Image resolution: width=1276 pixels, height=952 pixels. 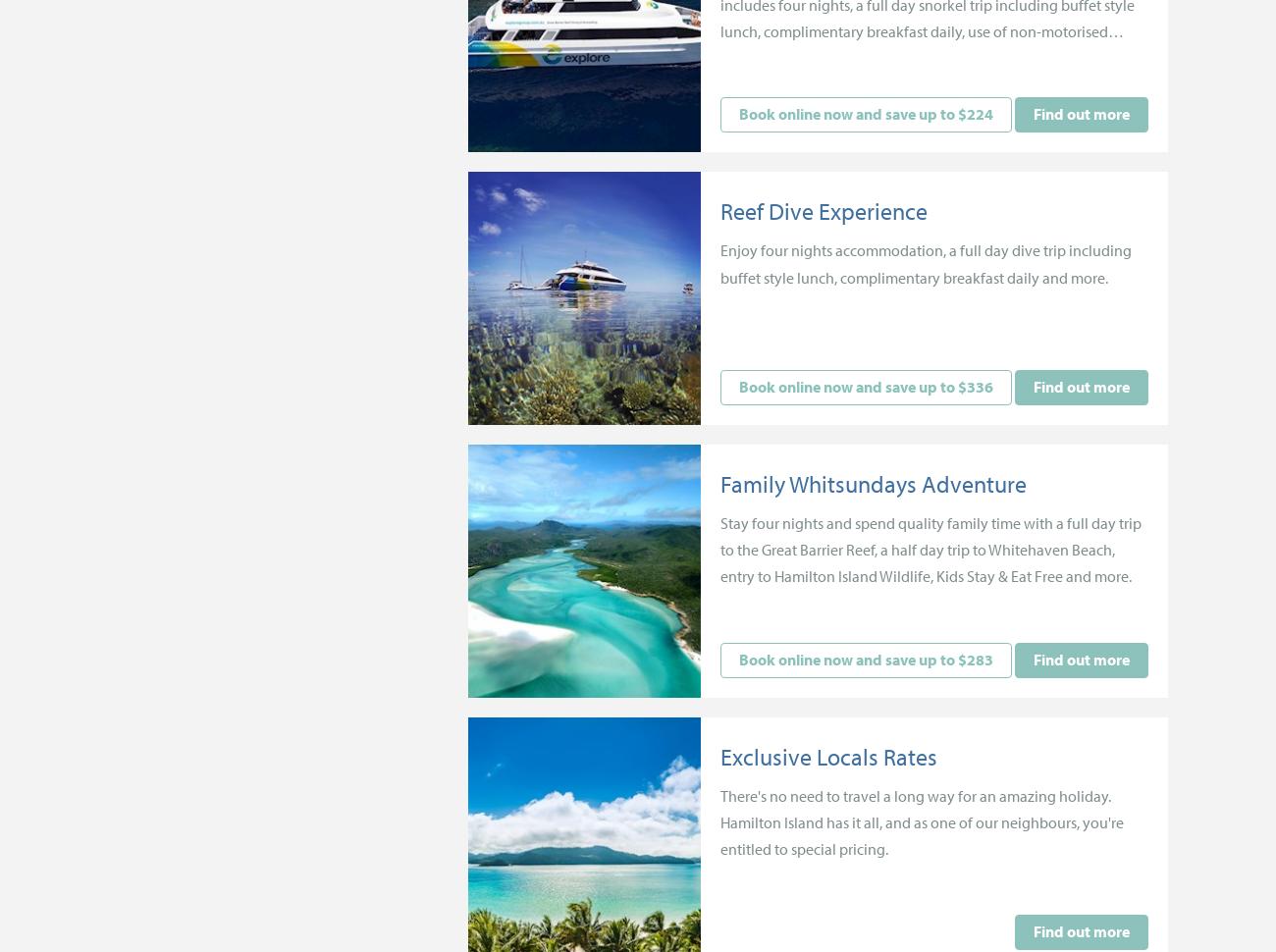 I want to click on 'Enjoy four nights accommodation, a full day dive trip including buffet style lunch, complimentary breakfast daily and more.', so click(x=926, y=262).